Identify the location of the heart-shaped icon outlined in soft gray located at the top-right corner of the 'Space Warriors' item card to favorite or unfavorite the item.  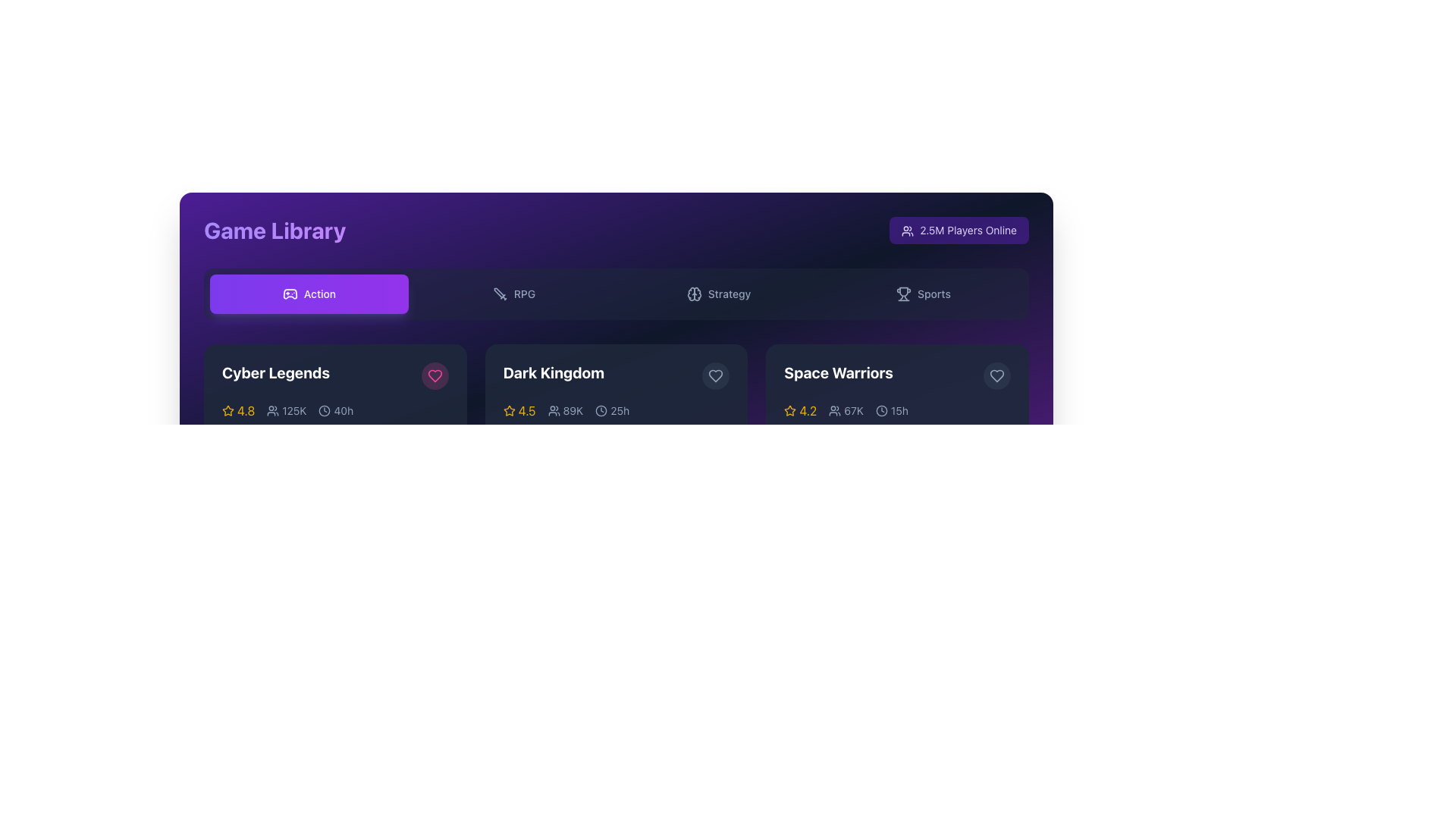
(997, 375).